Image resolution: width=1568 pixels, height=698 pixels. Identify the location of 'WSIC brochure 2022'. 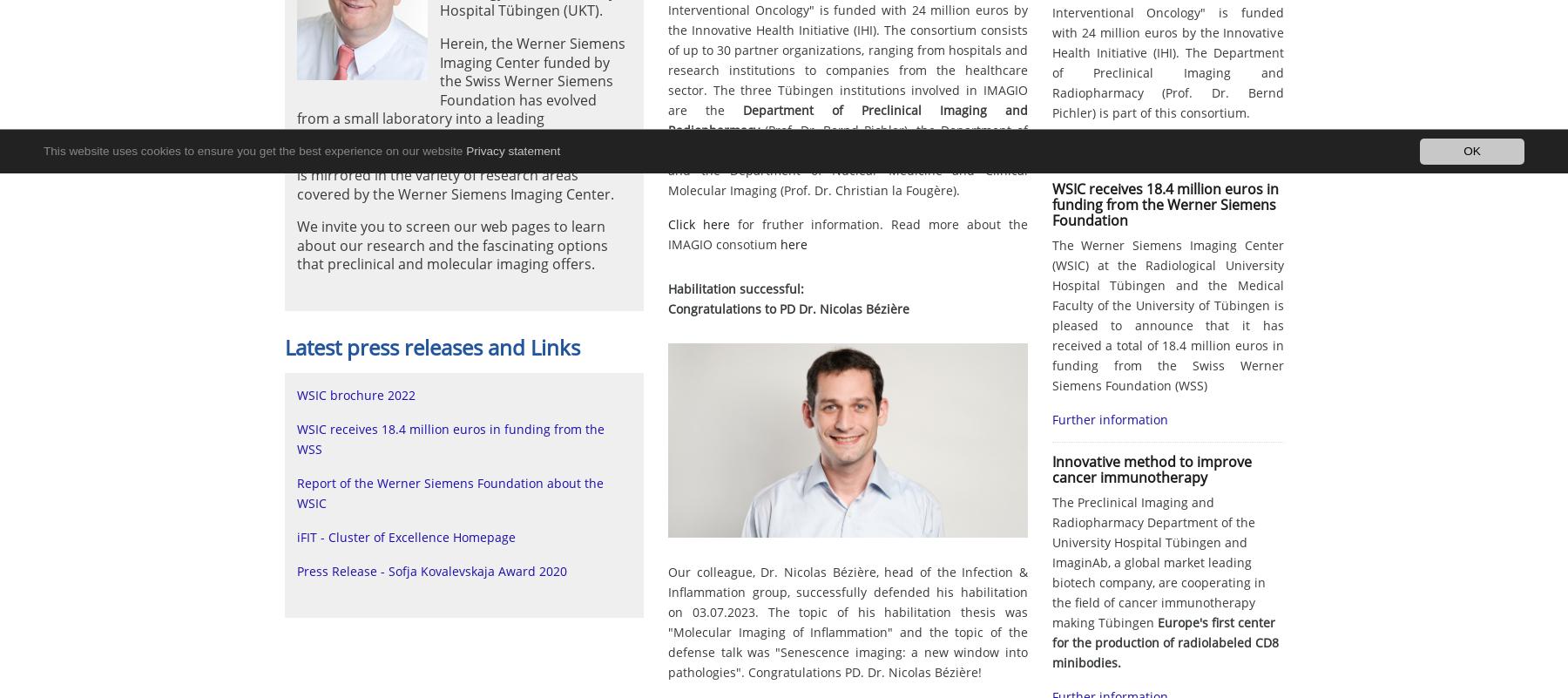
(355, 394).